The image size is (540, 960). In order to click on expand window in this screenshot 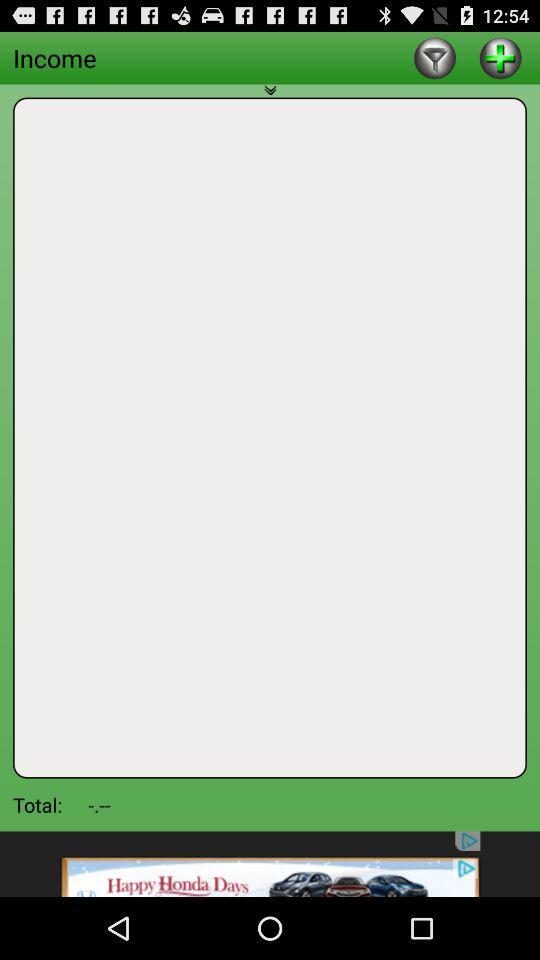, I will do `click(270, 95)`.